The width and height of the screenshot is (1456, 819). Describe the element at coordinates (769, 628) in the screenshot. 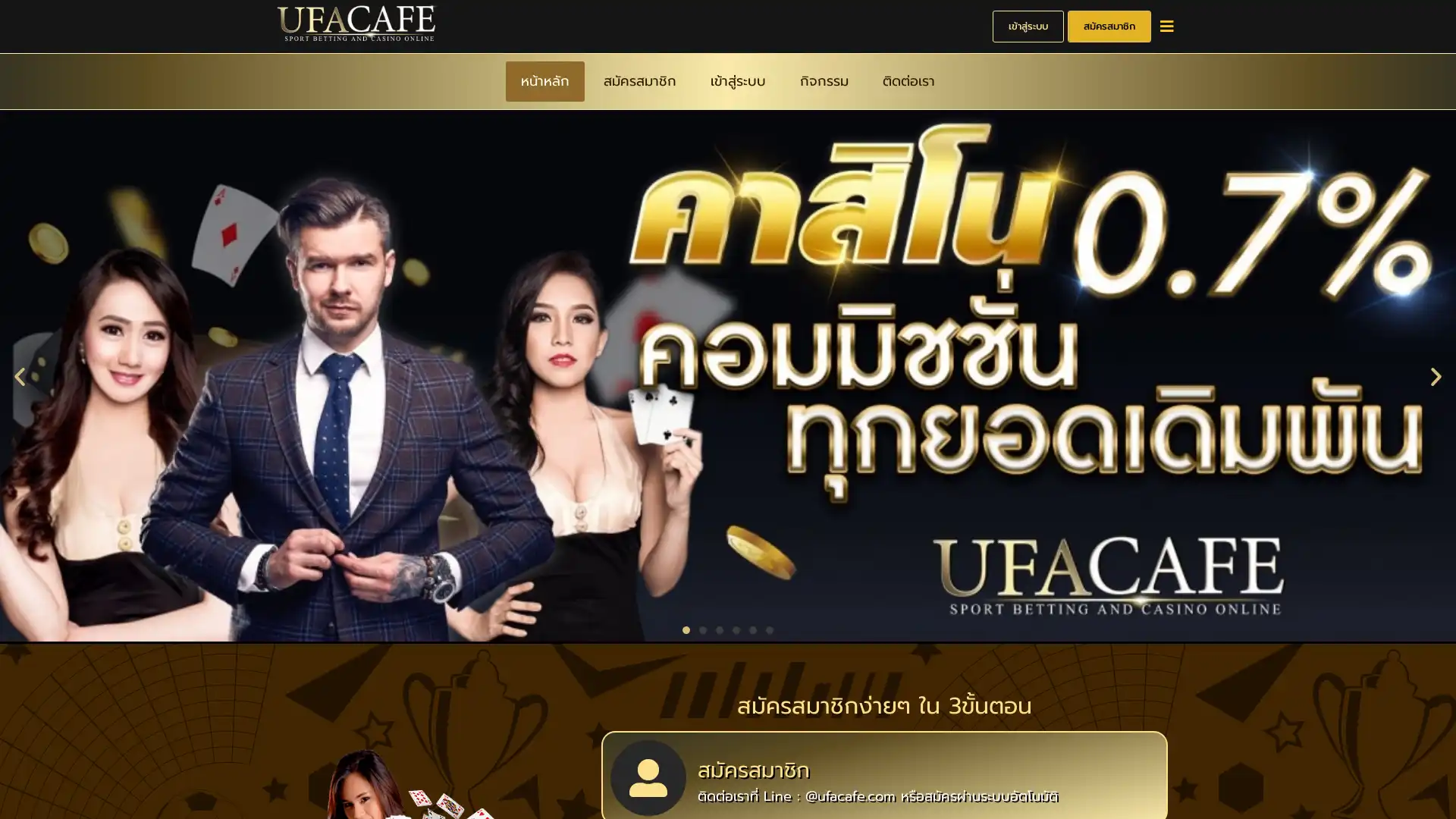

I see `Go to slide 6` at that location.